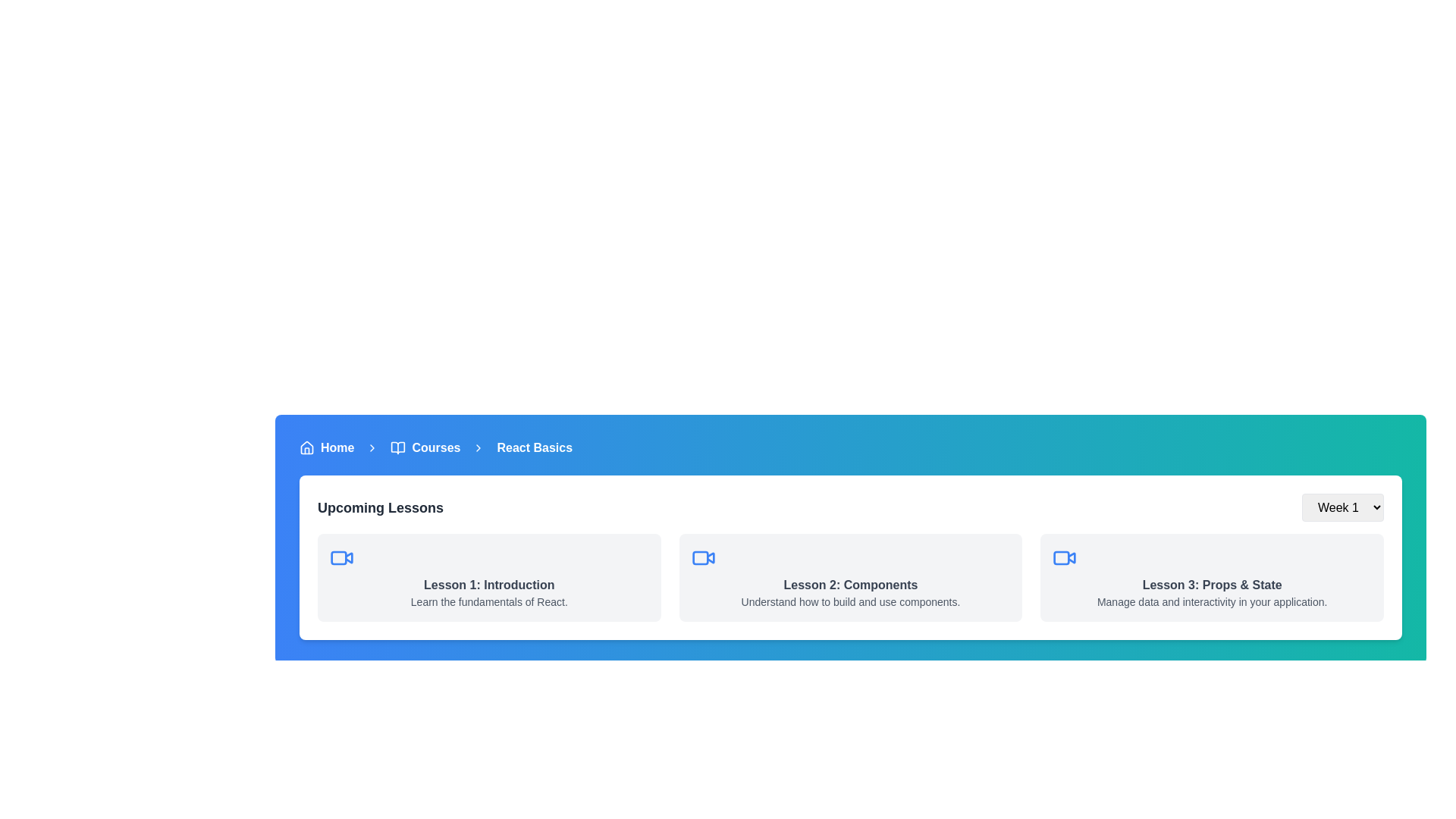 The height and width of the screenshot is (819, 1456). I want to click on the video content icon located in the third card of the 'Upcoming Lessons' section, so click(1064, 558).